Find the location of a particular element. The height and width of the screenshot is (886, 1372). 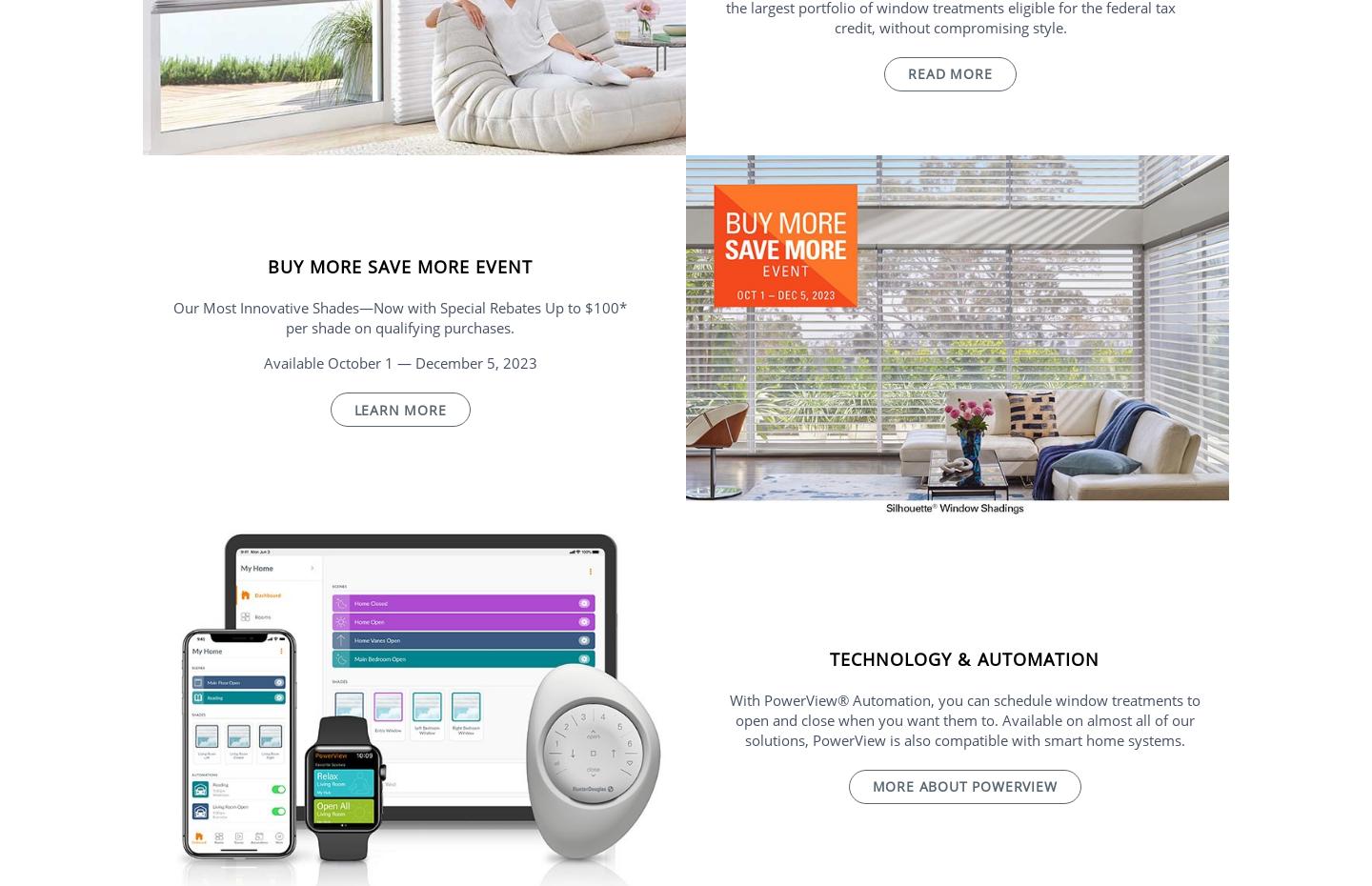

'want them to. Available on almost all of our solutions, PowerView is also compatible with smart home systems.' is located at coordinates (968, 730).